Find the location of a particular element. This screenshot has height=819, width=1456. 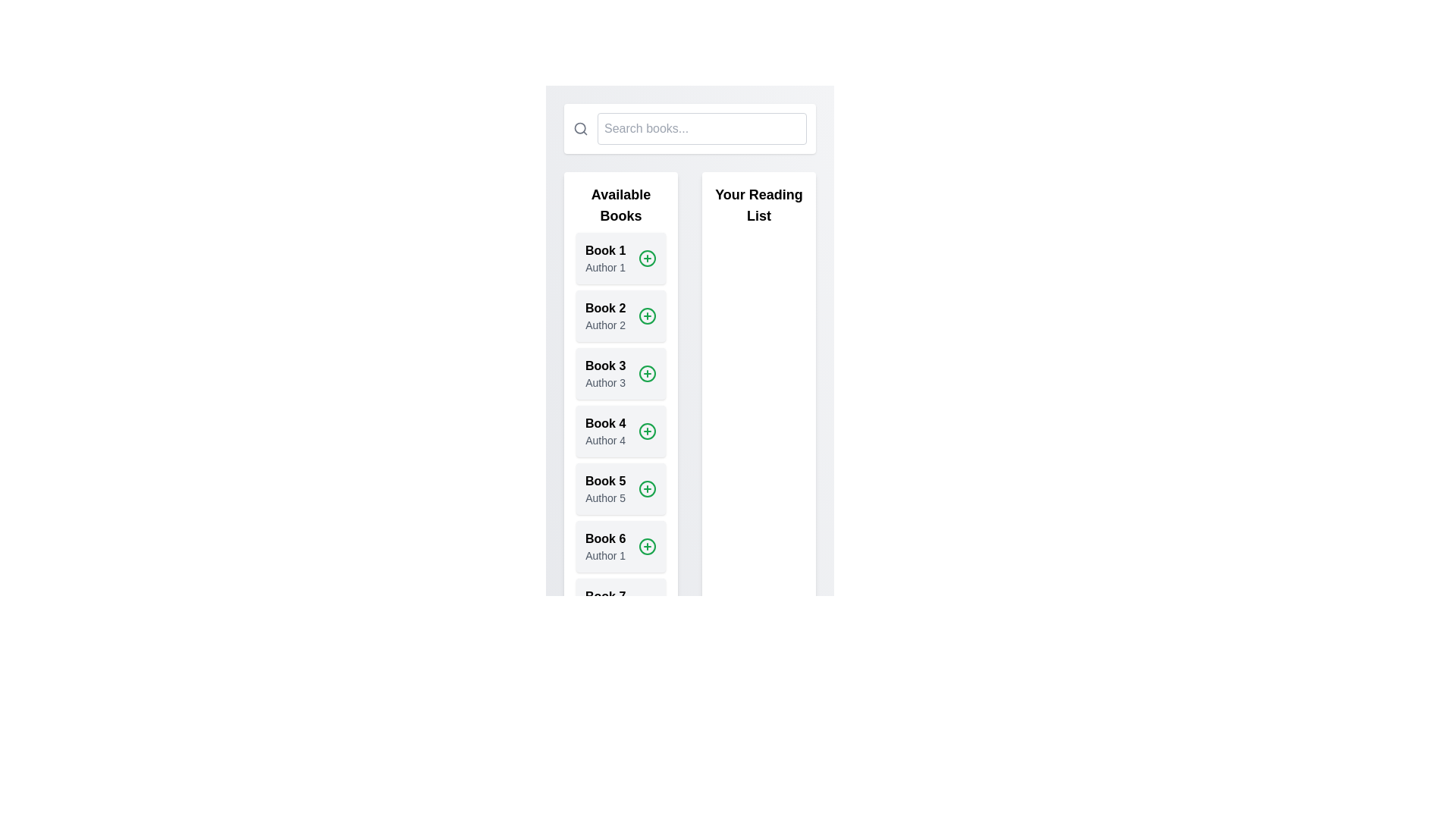

the text element displaying 'Author 4', which is located directly below the title 'Book 4' in the 'Available Books' section is located at coordinates (604, 441).